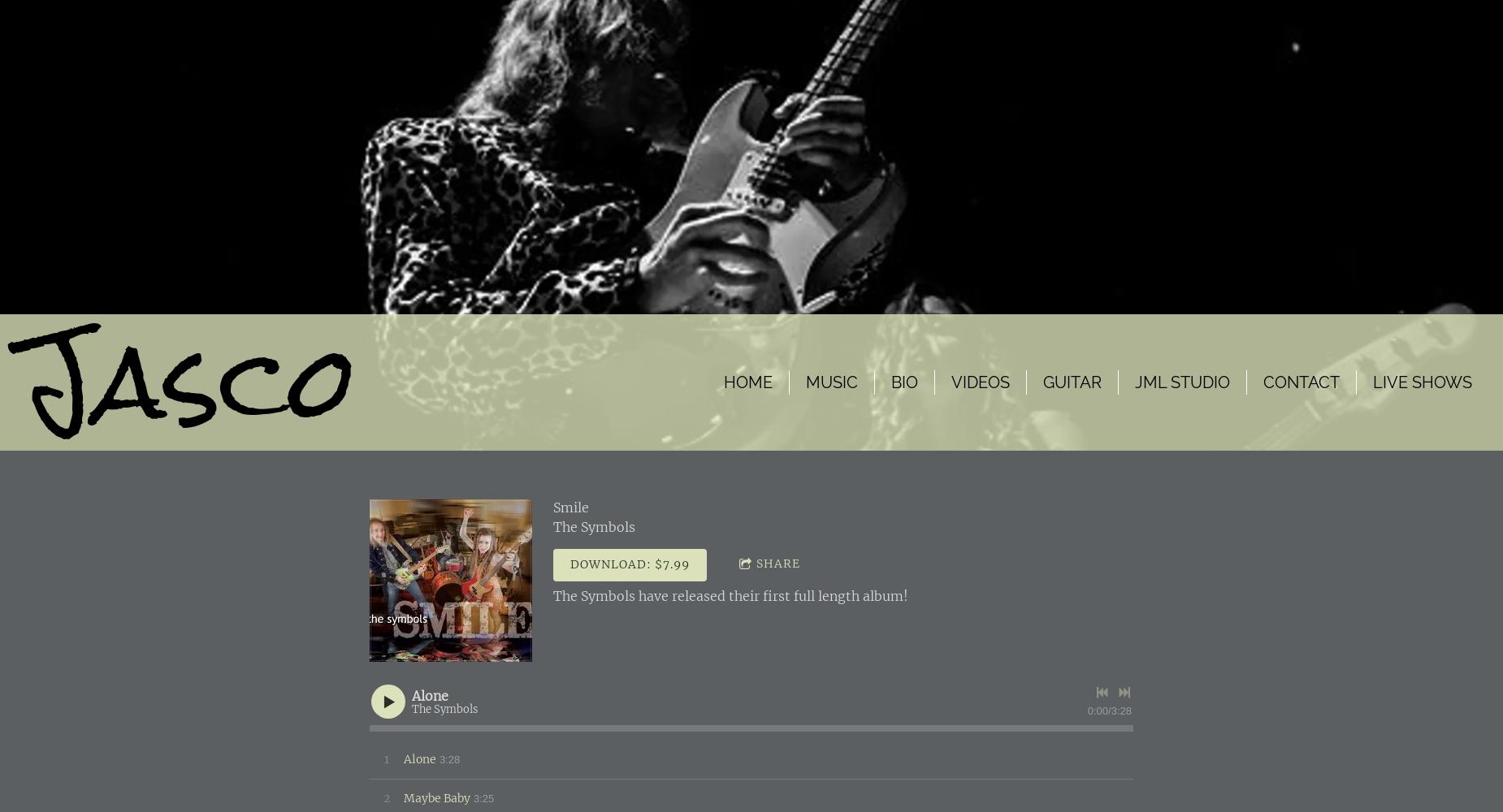 Image resolution: width=1503 pixels, height=812 pixels. What do you see at coordinates (571, 508) in the screenshot?
I see `'Smile'` at bounding box center [571, 508].